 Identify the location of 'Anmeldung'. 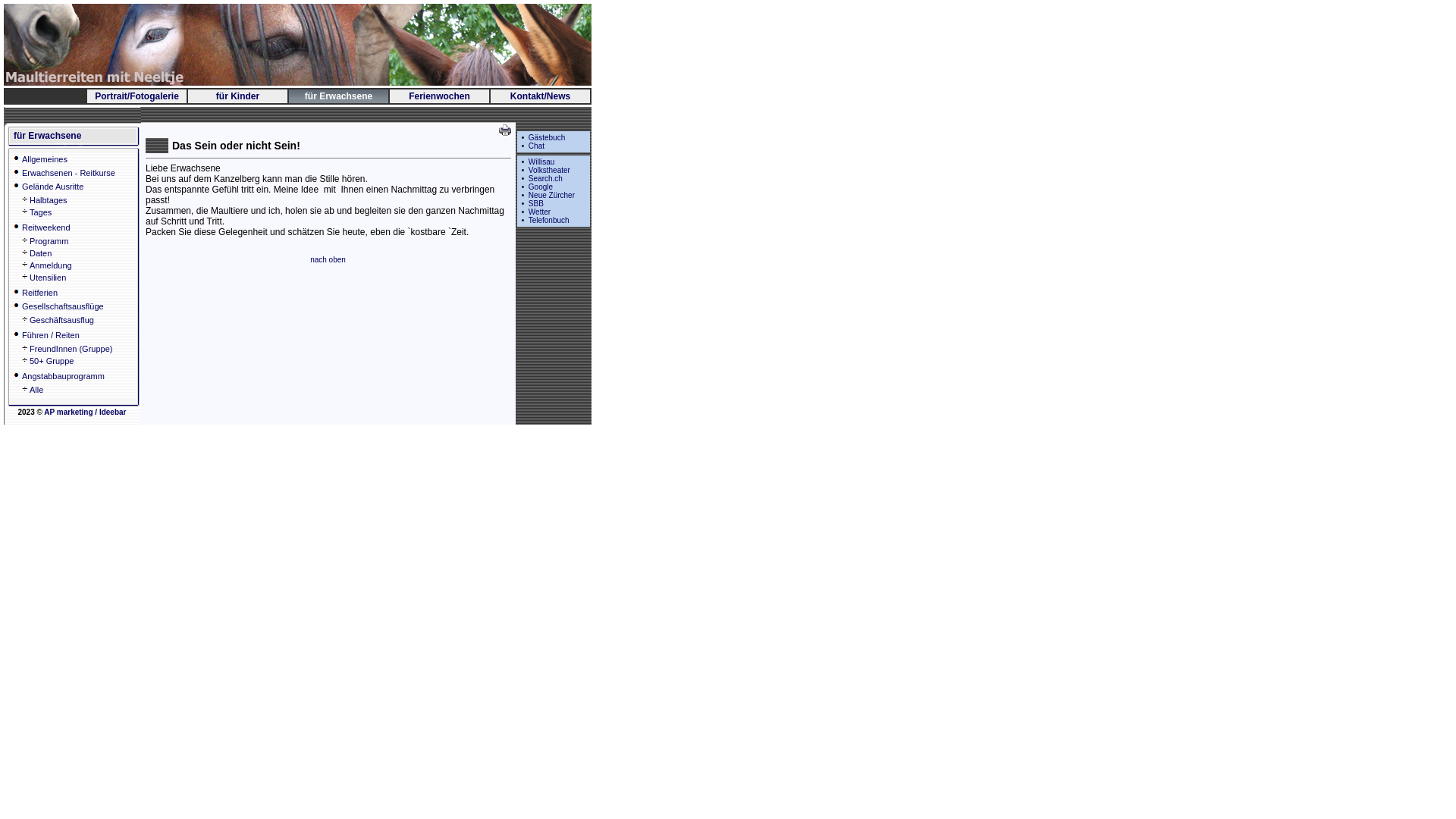
(51, 265).